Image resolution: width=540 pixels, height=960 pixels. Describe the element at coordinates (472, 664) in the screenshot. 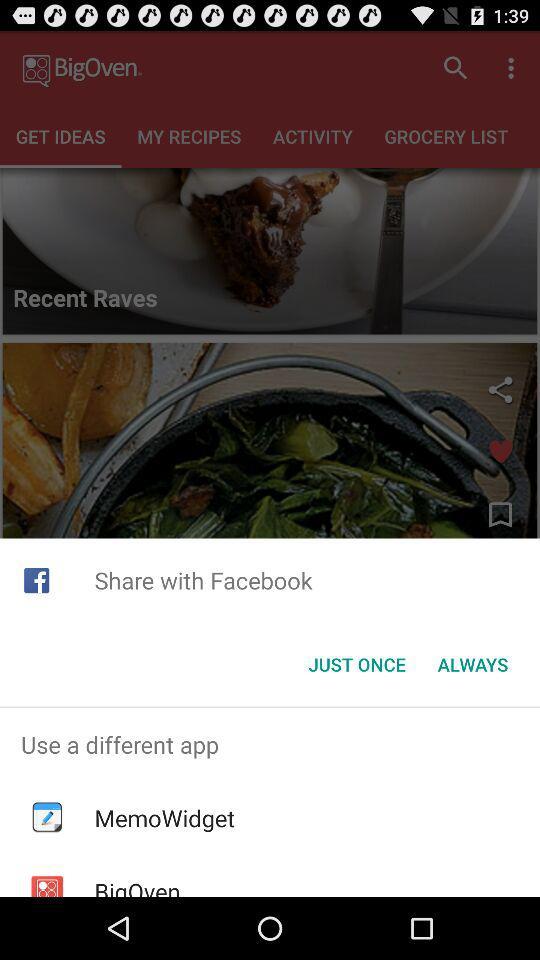

I see `item at the bottom right corner` at that location.